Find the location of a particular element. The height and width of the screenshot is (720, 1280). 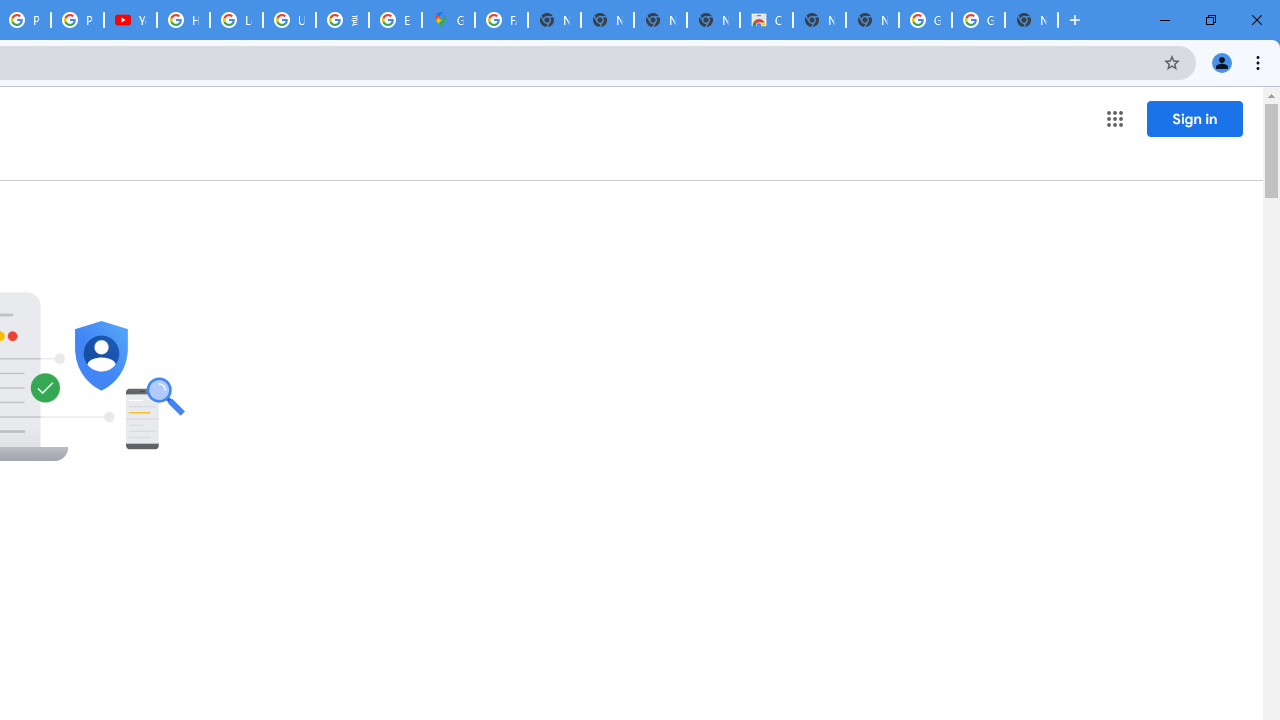

'How Chrome protects your passwords - Google Chrome Help' is located at coordinates (183, 20).